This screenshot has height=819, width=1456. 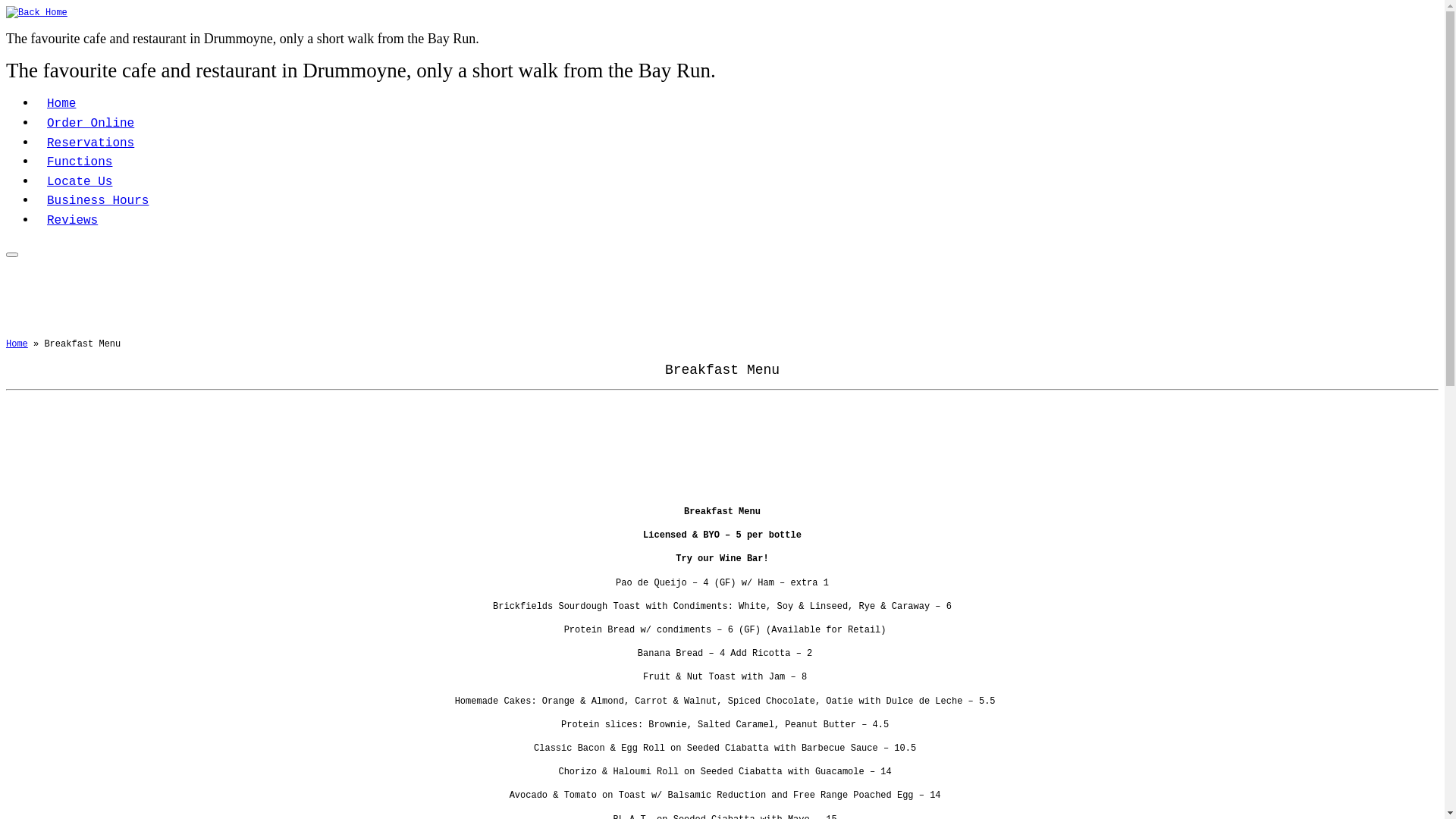 I want to click on 'Reviews', so click(x=36, y=220).